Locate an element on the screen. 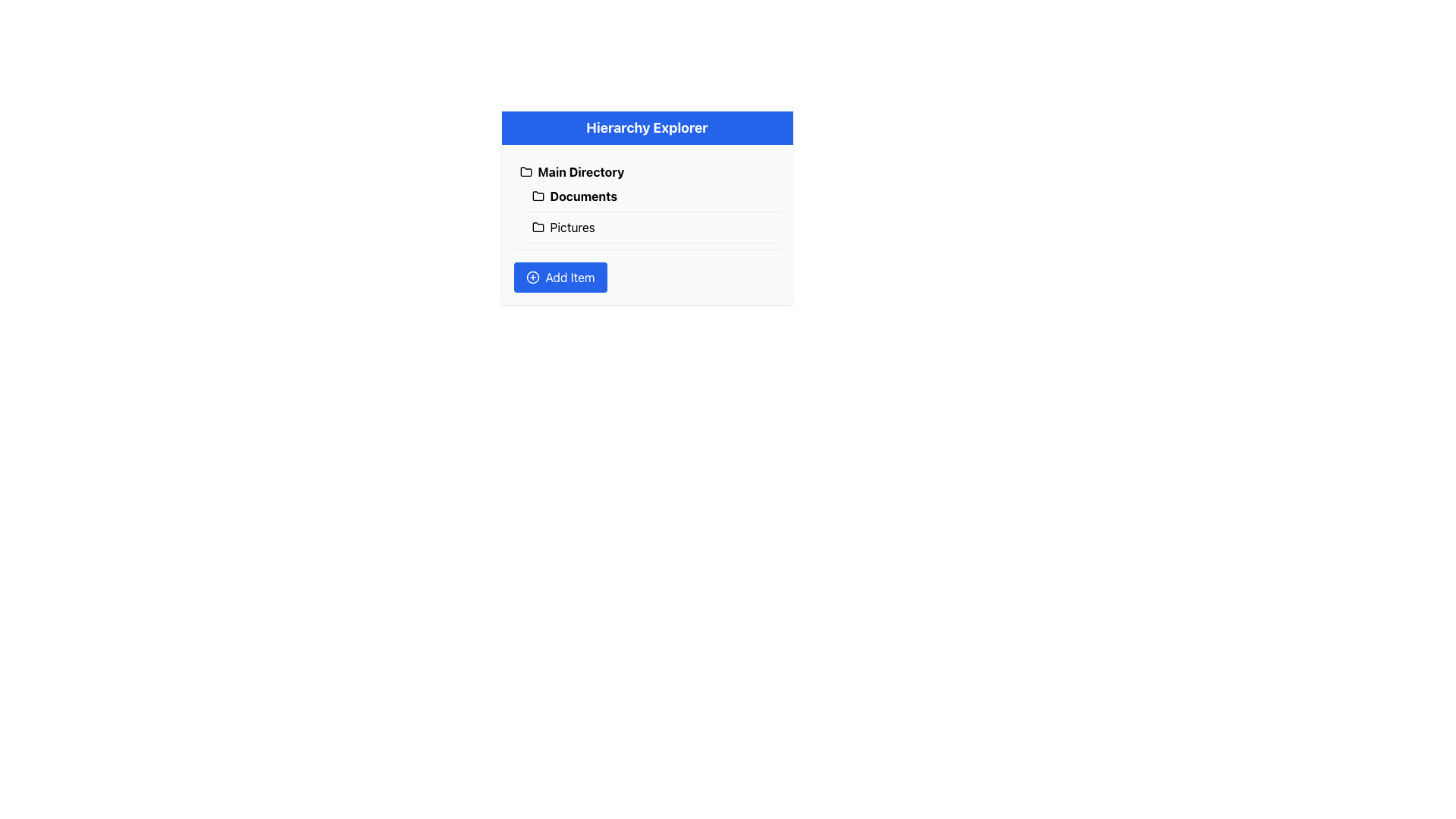  the small folder icon, which is outlined and located to the left of the 'Documents' text is located at coordinates (538, 195).